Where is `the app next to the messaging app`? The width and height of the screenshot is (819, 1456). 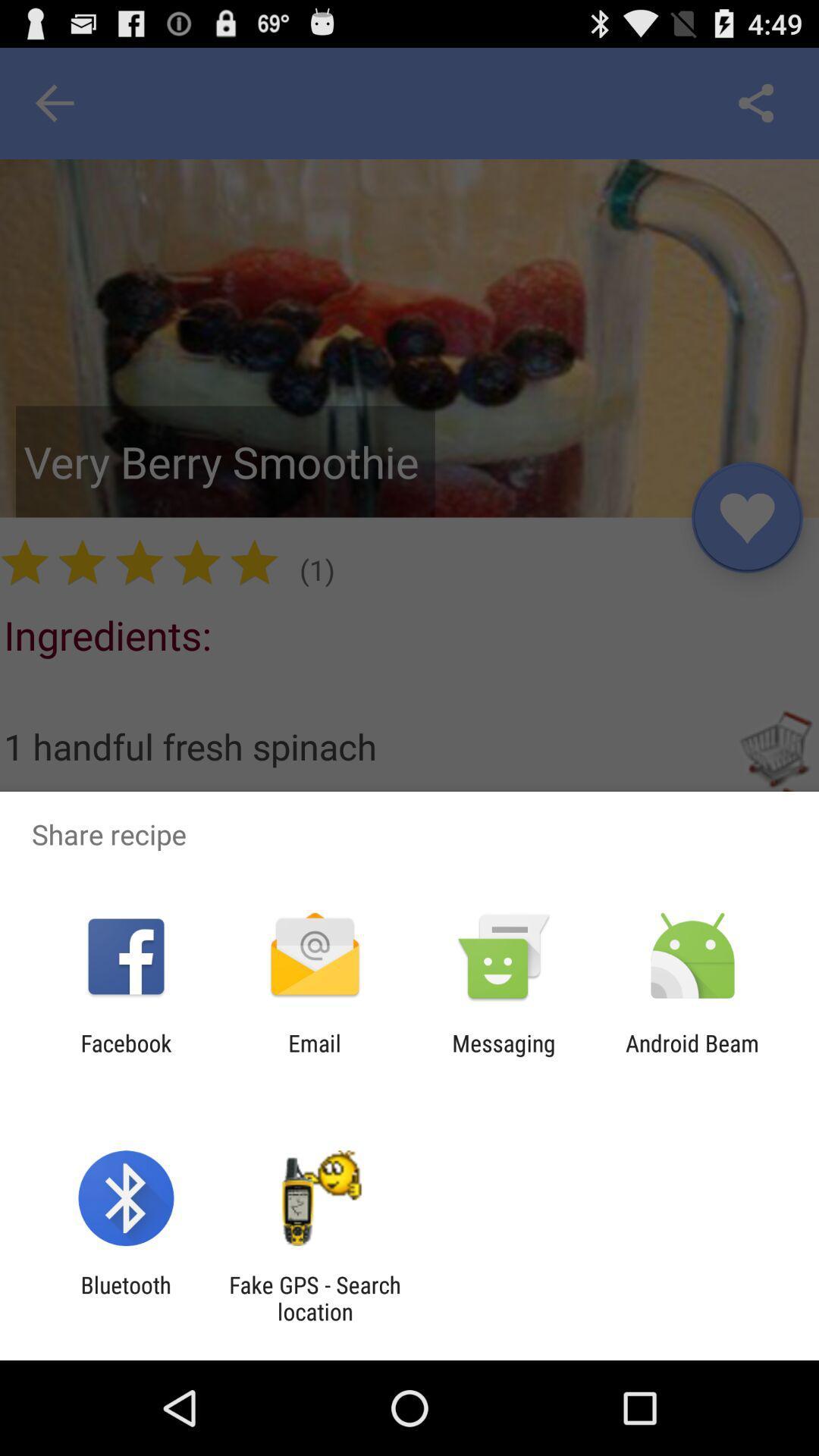
the app next to the messaging app is located at coordinates (692, 1056).